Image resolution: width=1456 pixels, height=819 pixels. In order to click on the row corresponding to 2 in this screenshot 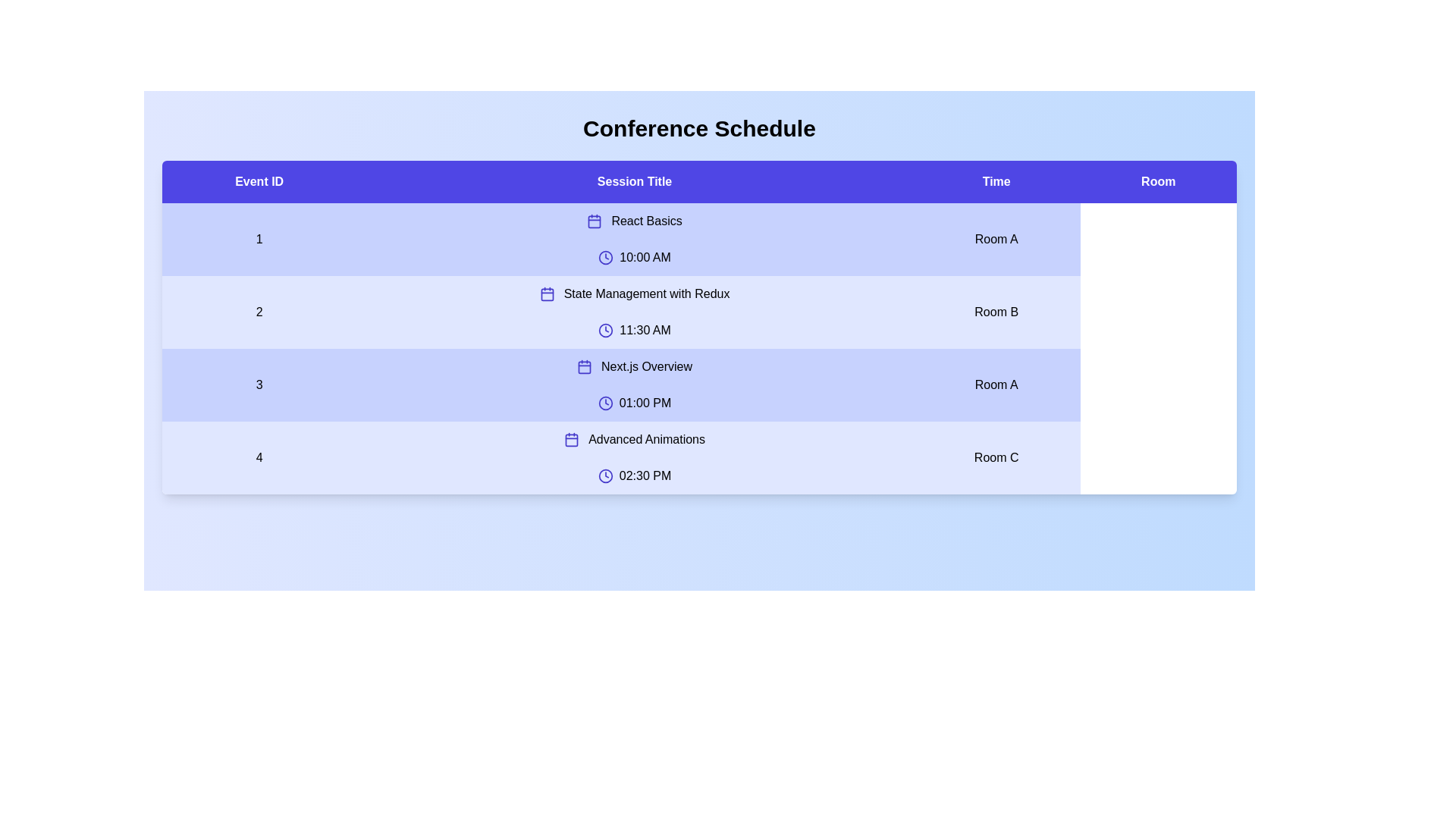, I will do `click(698, 312)`.